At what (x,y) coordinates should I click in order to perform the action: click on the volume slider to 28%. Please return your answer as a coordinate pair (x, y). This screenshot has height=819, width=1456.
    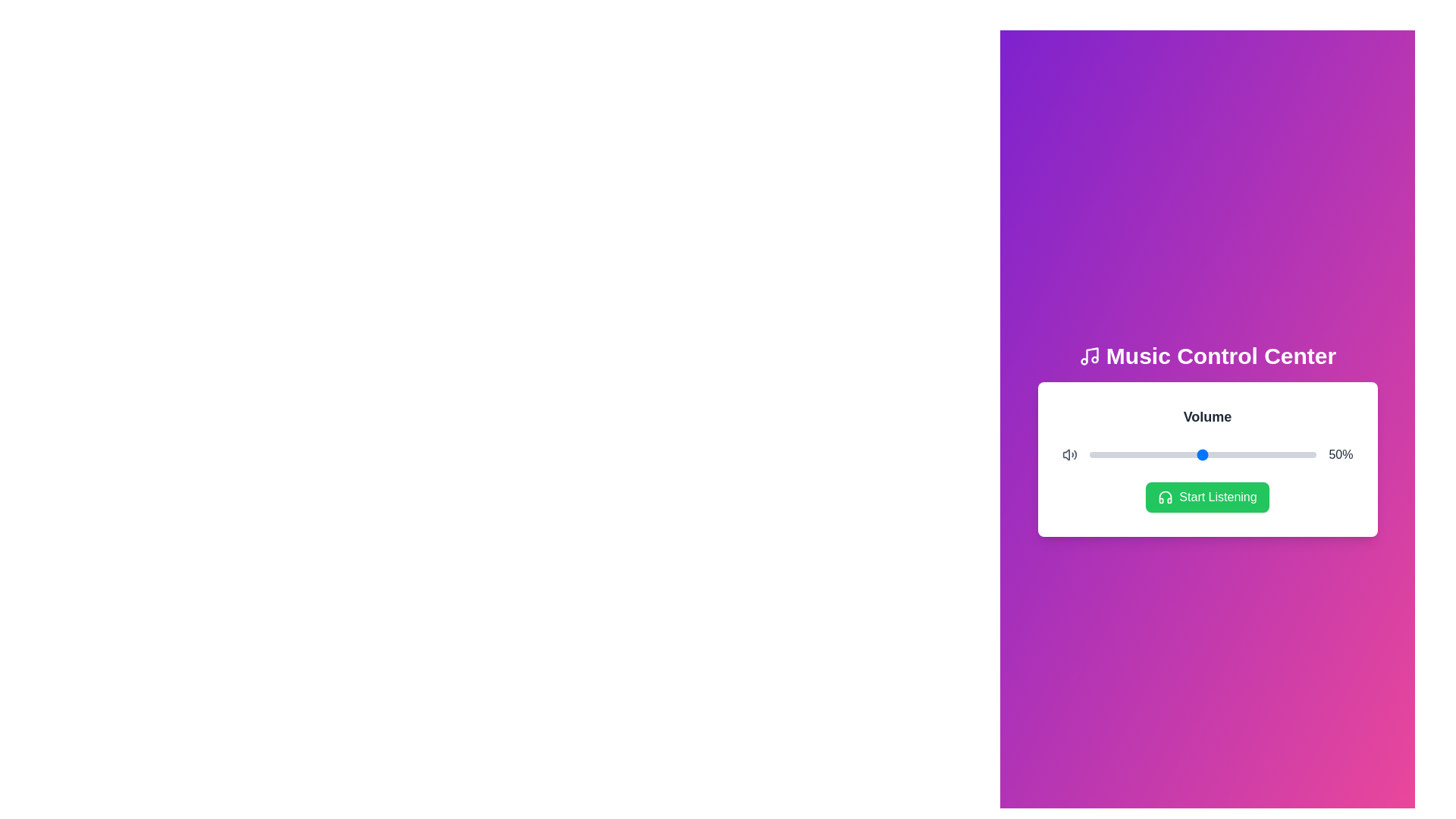
    Looking at the image, I should click on (1153, 454).